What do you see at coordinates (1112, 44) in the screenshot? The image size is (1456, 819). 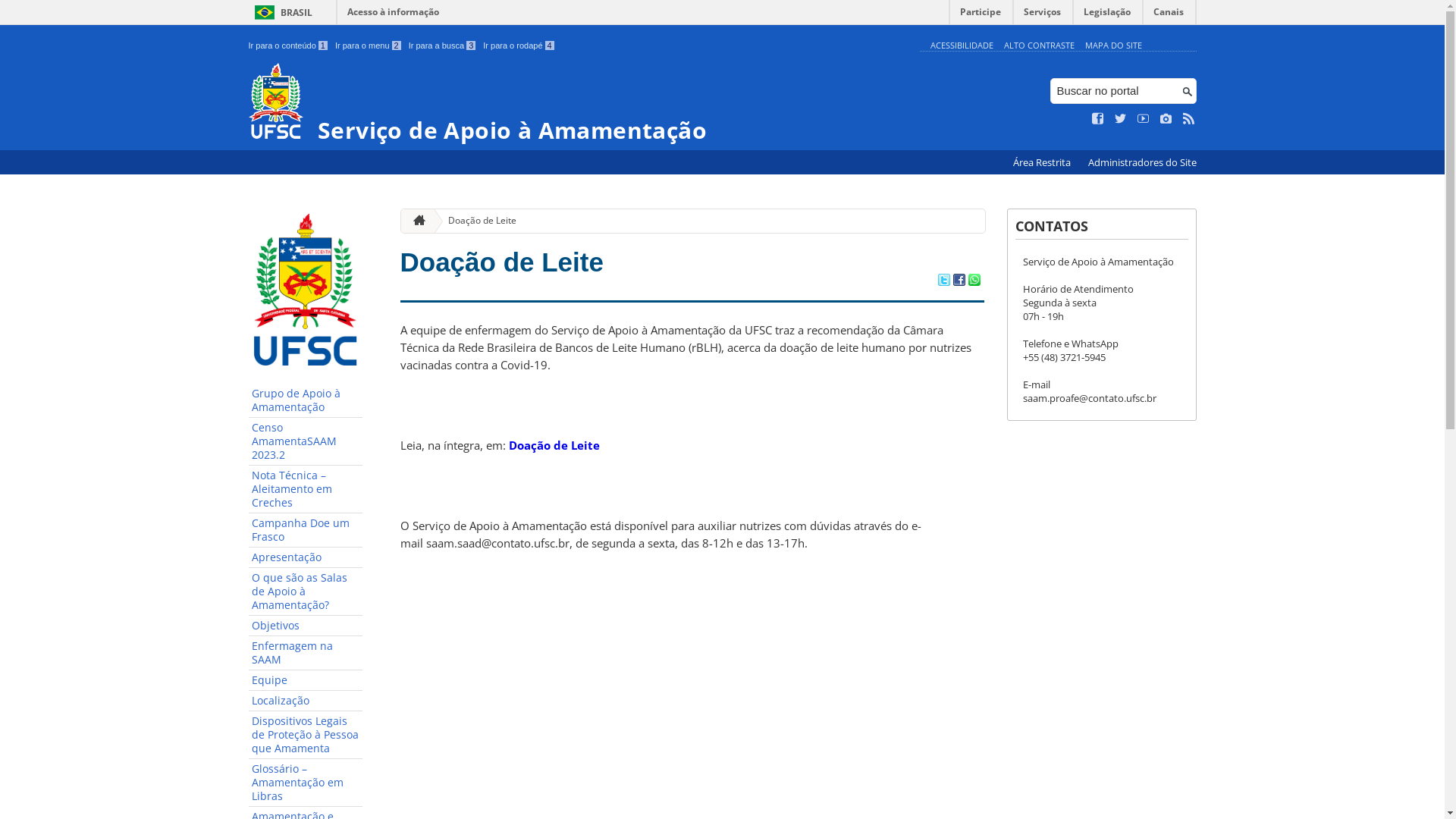 I see `'MAPA DO SITE'` at bounding box center [1112, 44].